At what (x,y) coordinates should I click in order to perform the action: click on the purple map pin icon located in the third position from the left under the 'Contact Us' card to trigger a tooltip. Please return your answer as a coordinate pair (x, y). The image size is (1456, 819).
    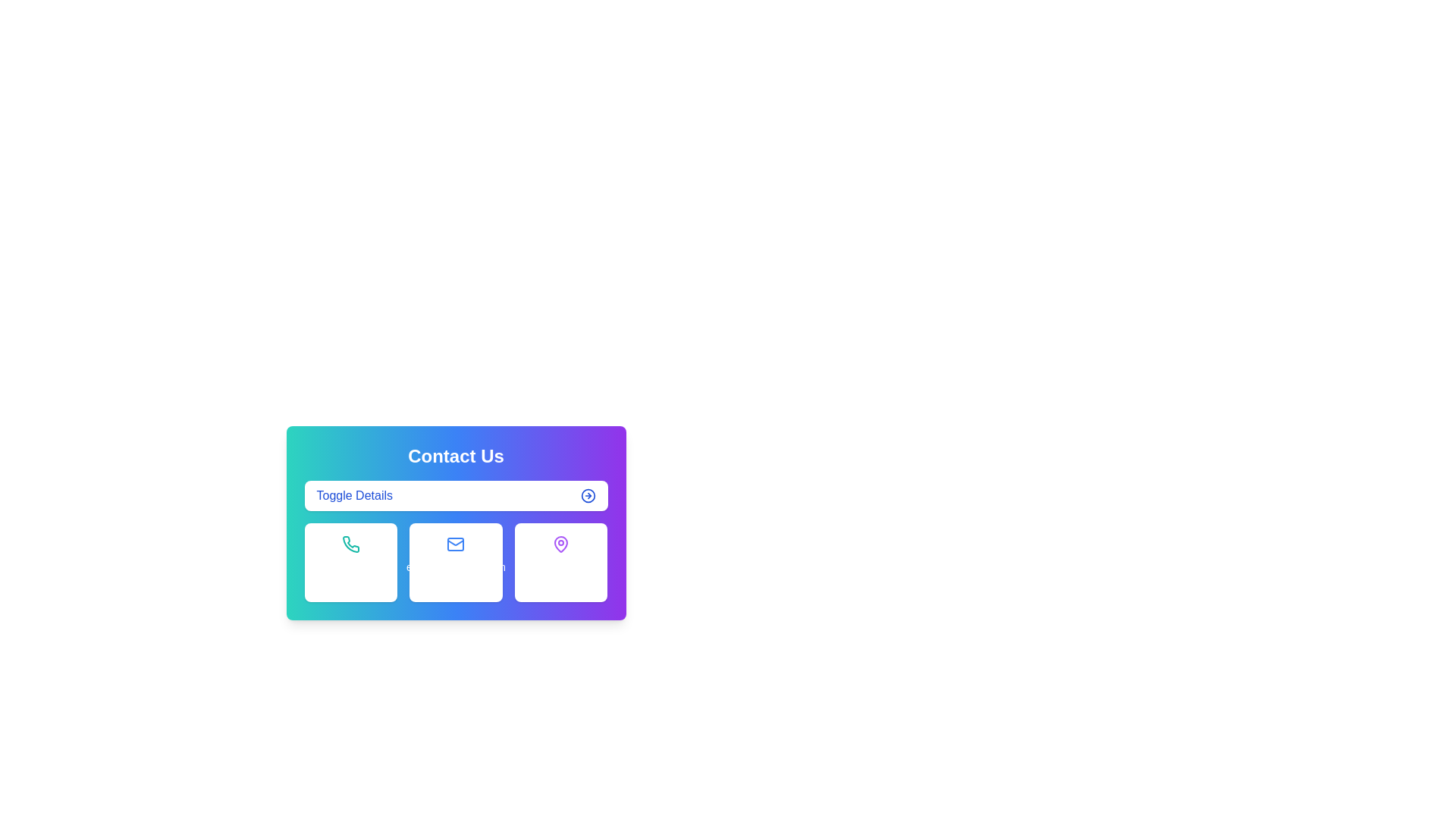
    Looking at the image, I should click on (560, 543).